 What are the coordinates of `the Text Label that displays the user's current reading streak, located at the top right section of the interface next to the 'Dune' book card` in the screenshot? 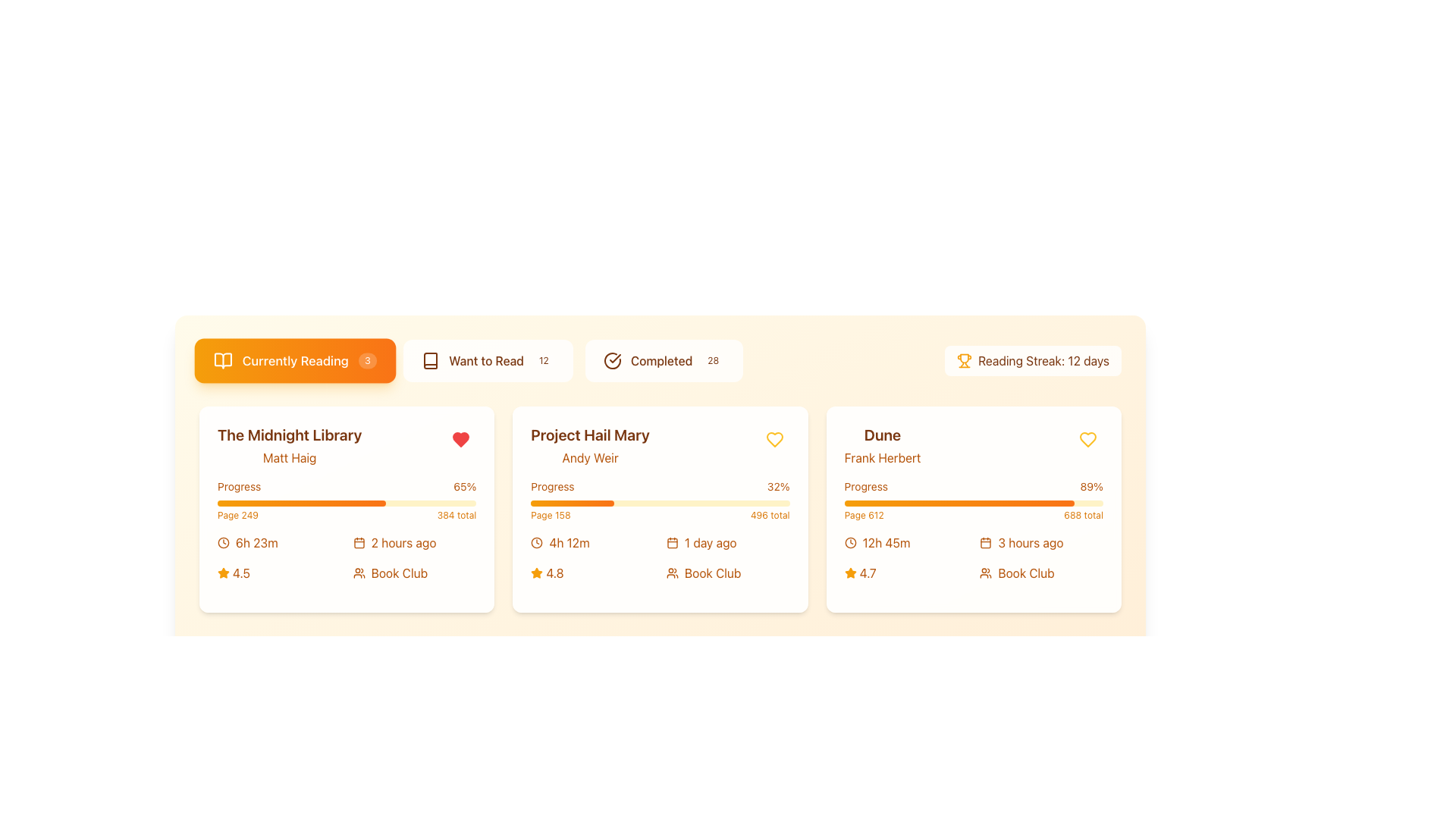 It's located at (1043, 360).